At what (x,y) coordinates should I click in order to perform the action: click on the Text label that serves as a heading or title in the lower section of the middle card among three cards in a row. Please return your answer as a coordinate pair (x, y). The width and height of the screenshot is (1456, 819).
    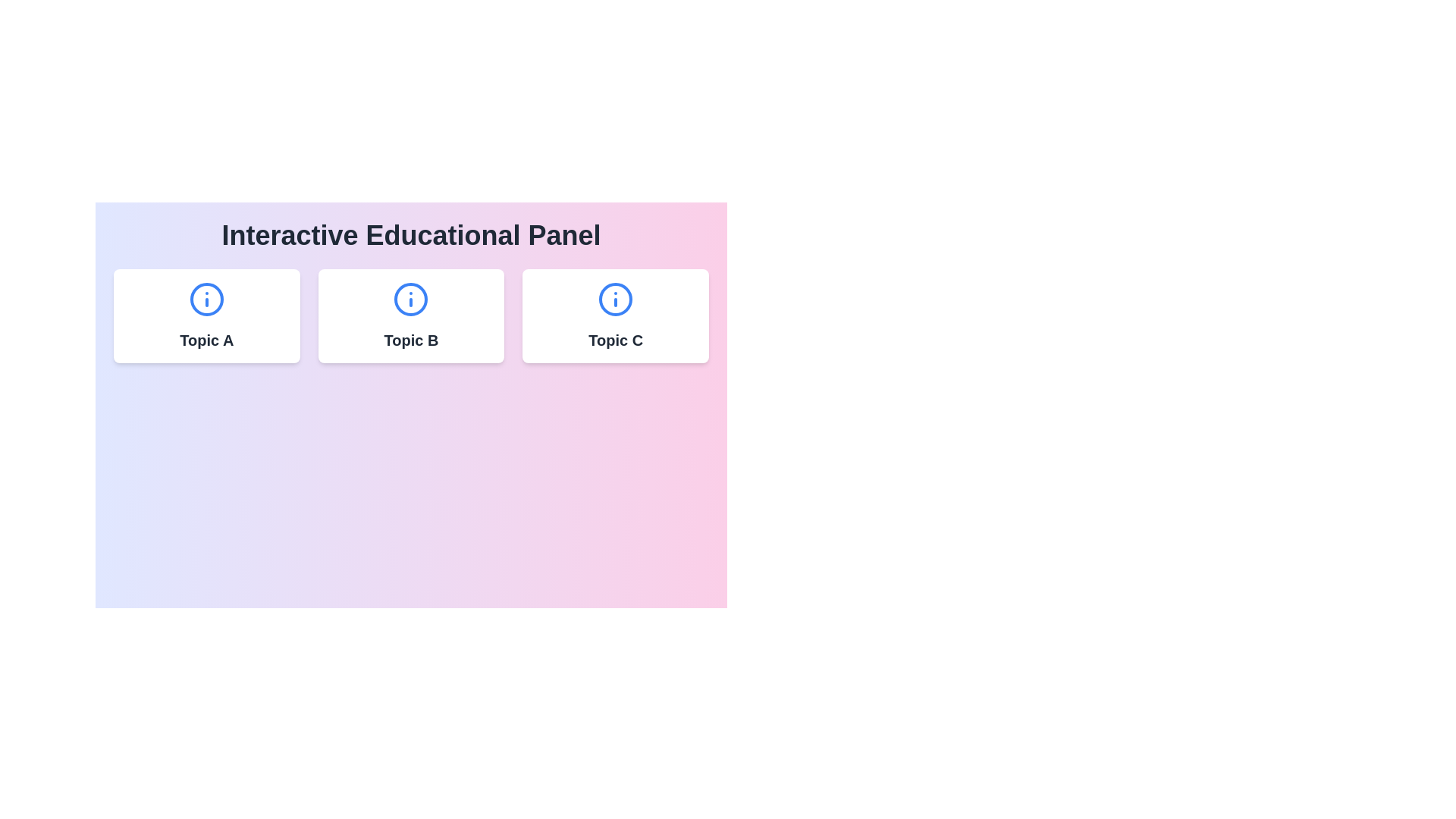
    Looking at the image, I should click on (411, 339).